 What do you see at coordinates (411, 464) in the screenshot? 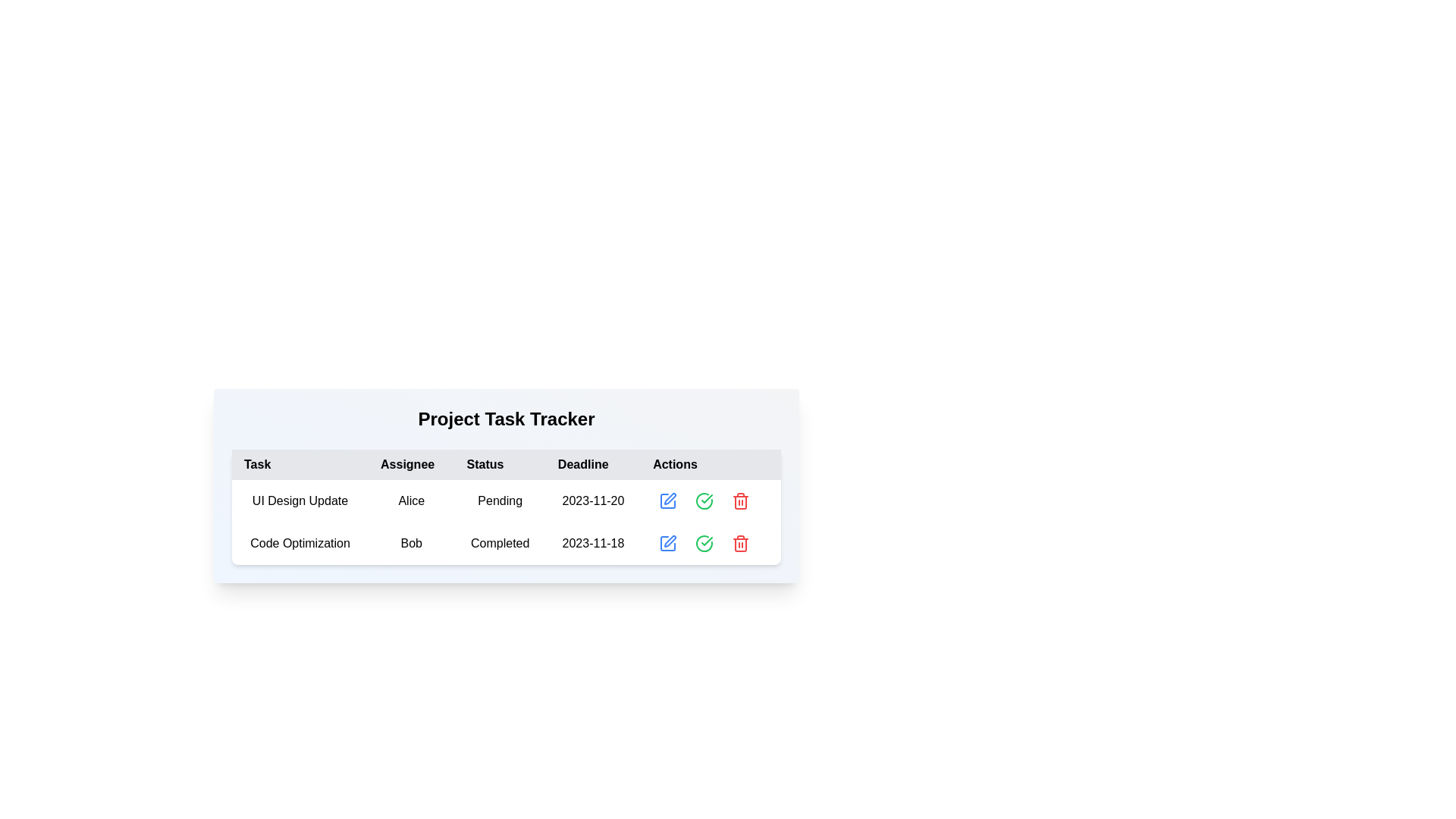
I see `the 'Assignee' table header cell, which is the second column header in a table row, styled in bold and aligned to the left` at bounding box center [411, 464].